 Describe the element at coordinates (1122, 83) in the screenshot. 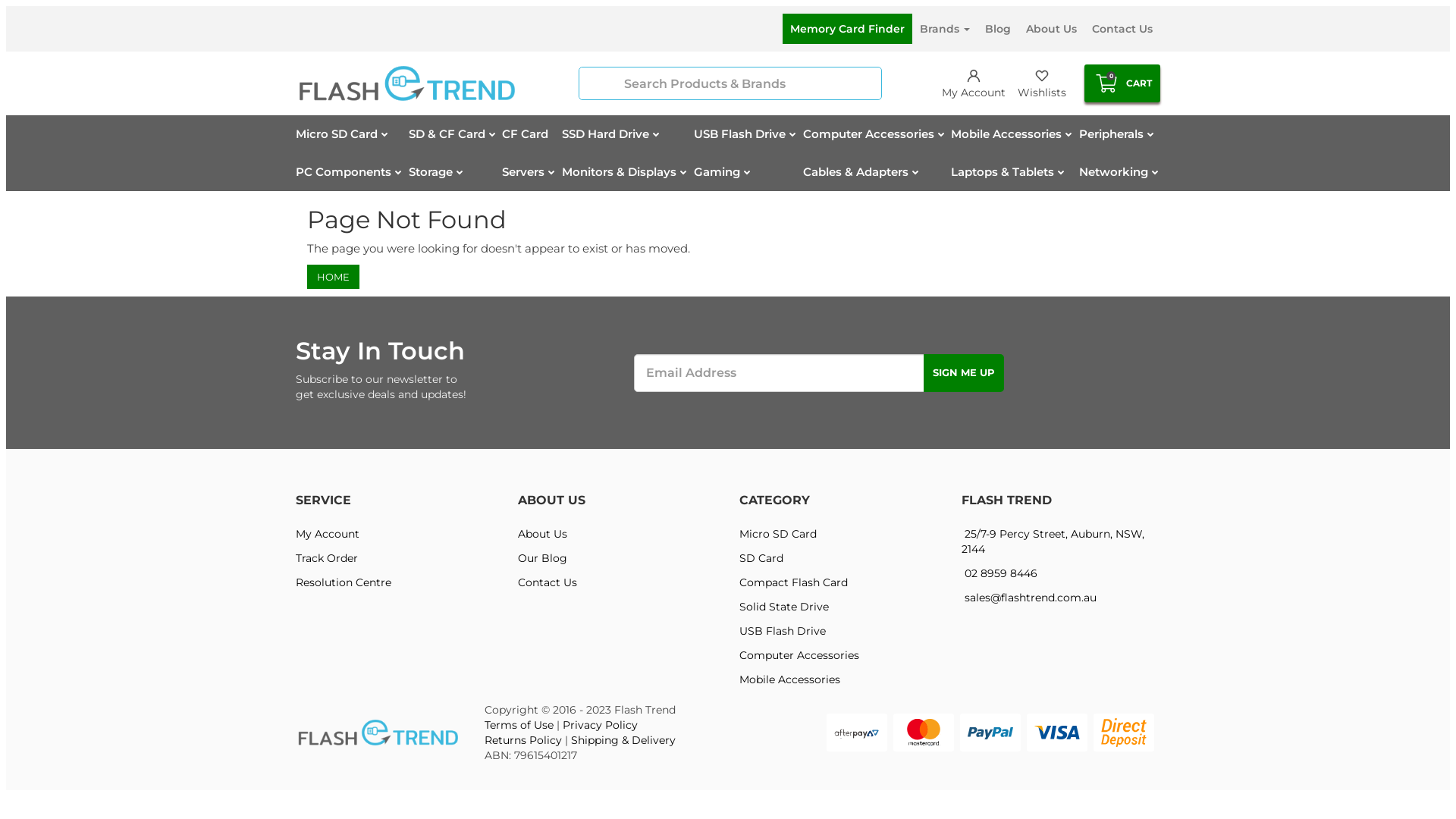

I see `'0` at that location.